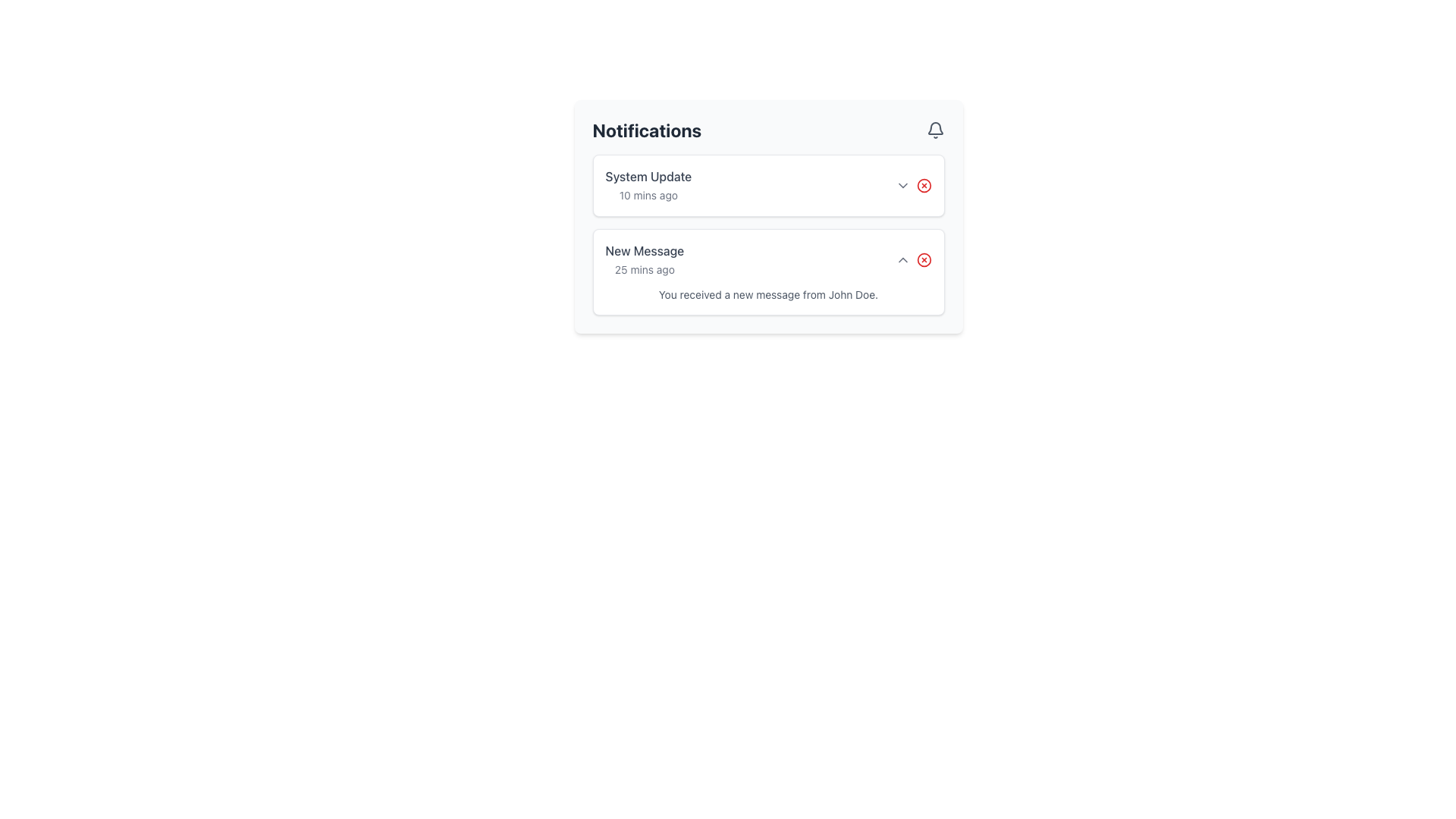 The width and height of the screenshot is (1456, 819). What do you see at coordinates (768, 234) in the screenshot?
I see `the second Notification Card in the notification panel that displays 'New Message' at the top left, highlighting it for visibility` at bounding box center [768, 234].